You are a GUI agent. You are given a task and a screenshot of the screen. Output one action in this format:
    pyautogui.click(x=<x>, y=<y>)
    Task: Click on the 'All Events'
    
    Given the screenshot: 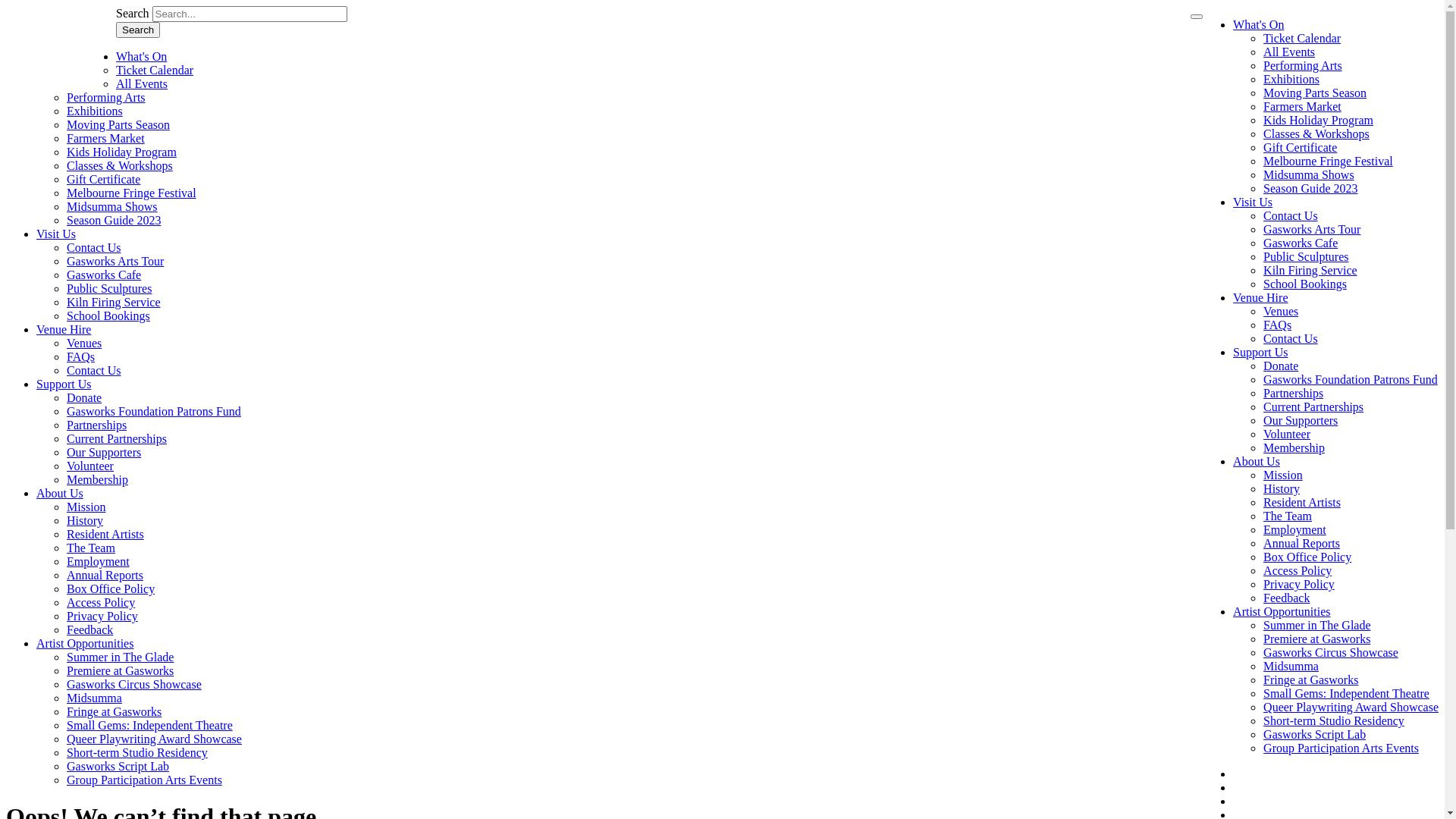 What is the action you would take?
    pyautogui.click(x=1288, y=51)
    